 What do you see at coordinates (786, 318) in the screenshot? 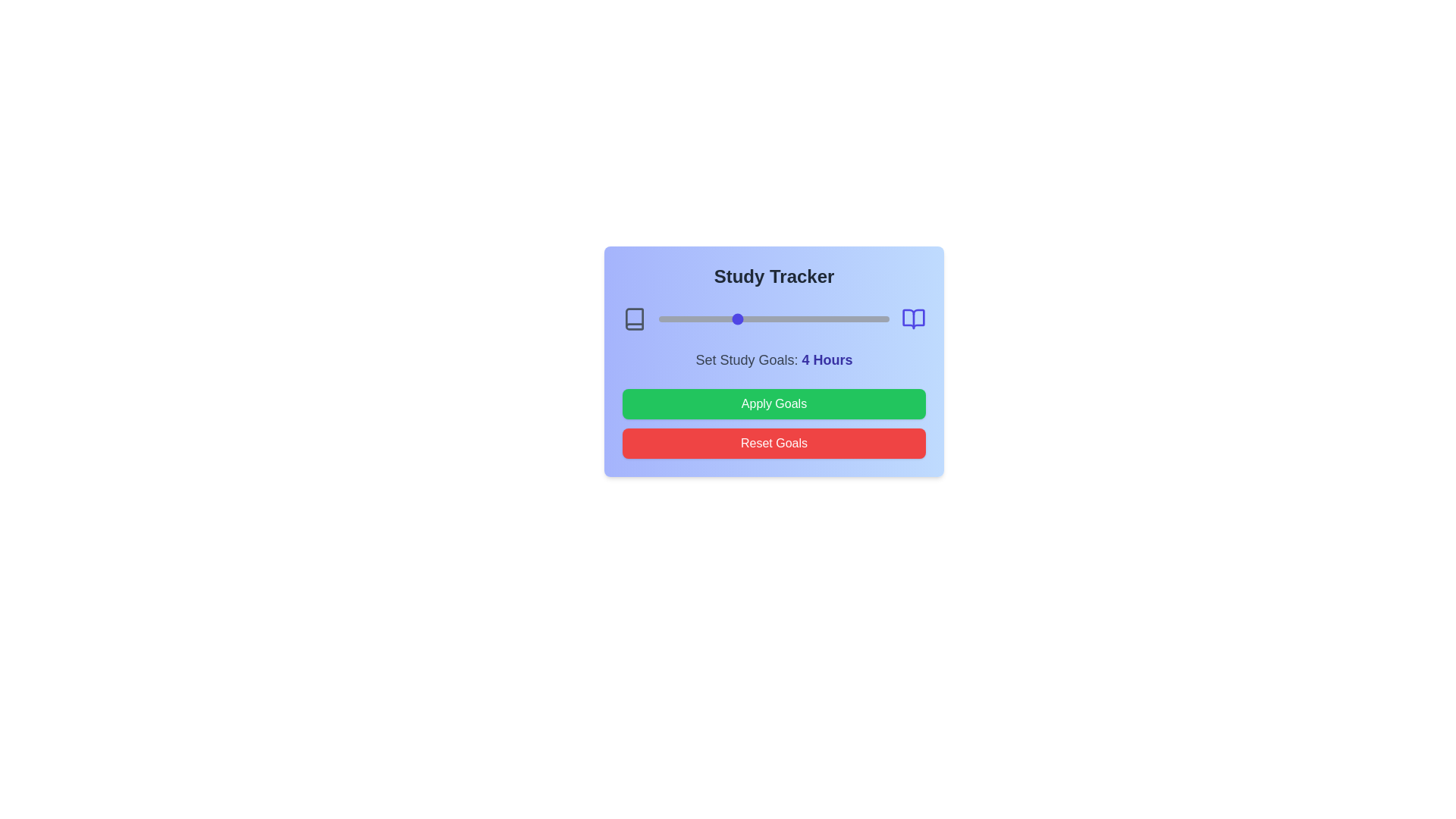
I see `the study hours slider to 6 hours` at bounding box center [786, 318].